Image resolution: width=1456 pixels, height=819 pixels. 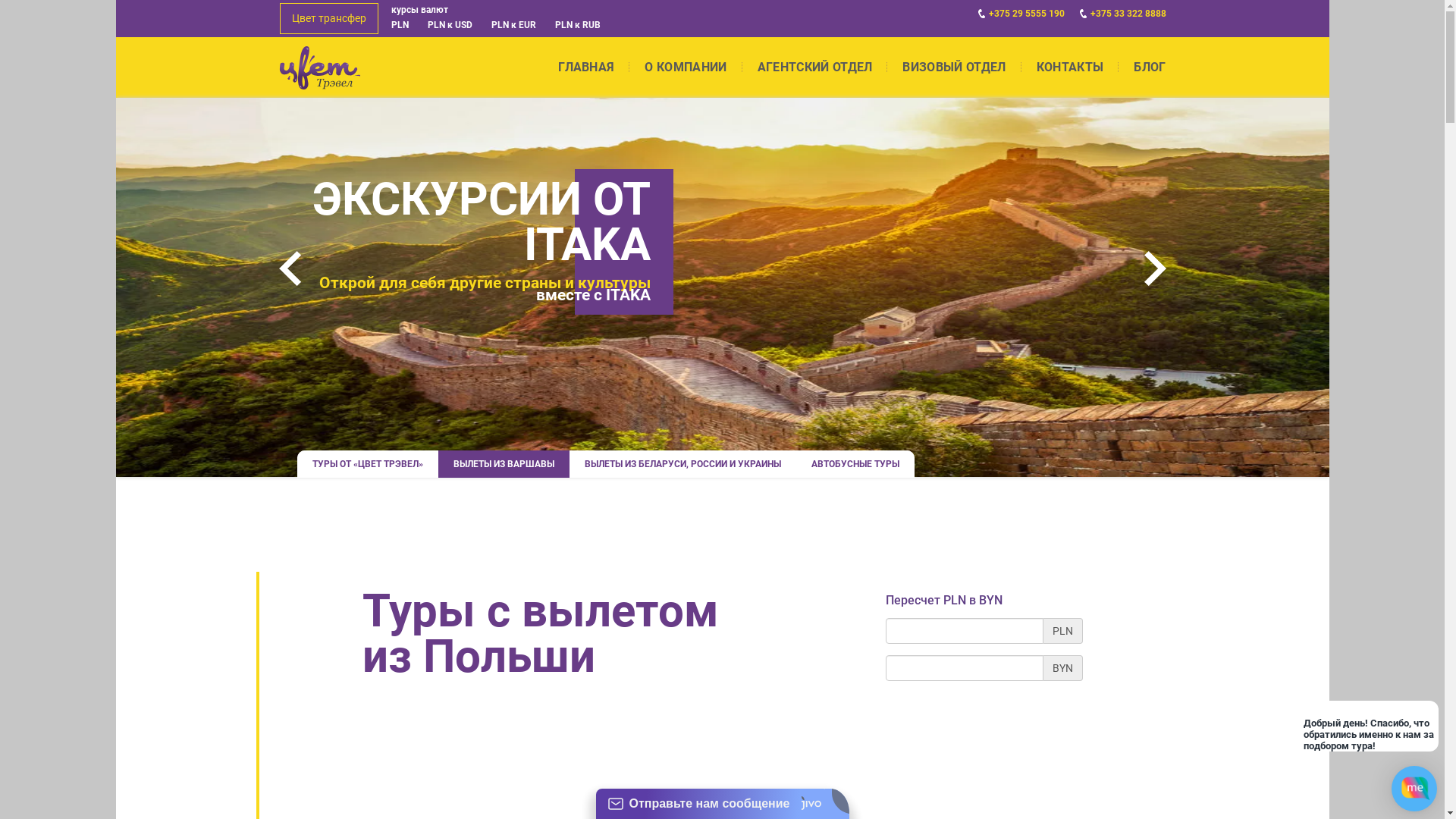 What do you see at coordinates (1072, 14) in the screenshot?
I see `'+375 33 322 8888'` at bounding box center [1072, 14].